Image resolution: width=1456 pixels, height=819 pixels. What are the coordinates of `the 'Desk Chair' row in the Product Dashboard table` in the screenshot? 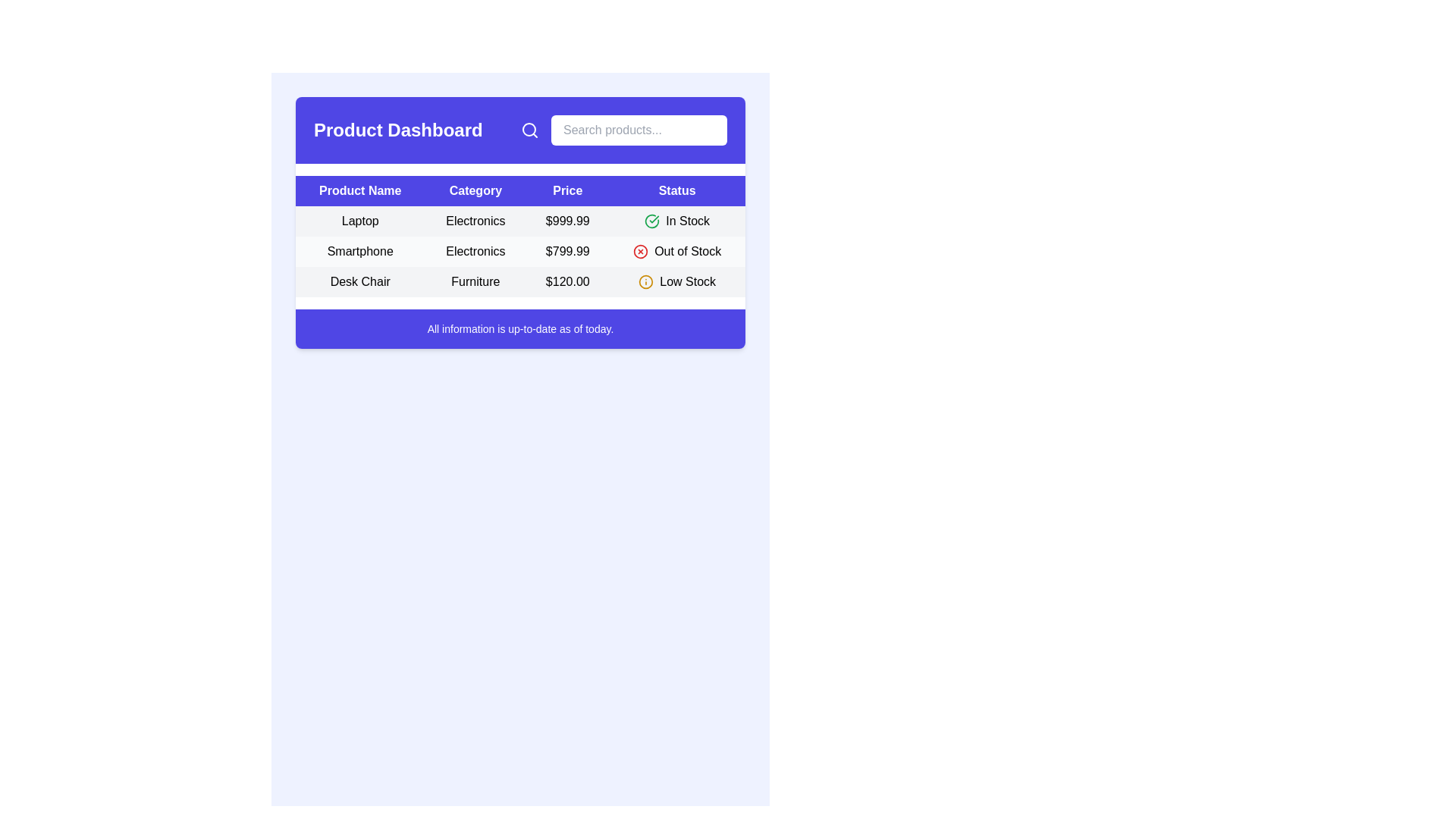 It's located at (520, 281).